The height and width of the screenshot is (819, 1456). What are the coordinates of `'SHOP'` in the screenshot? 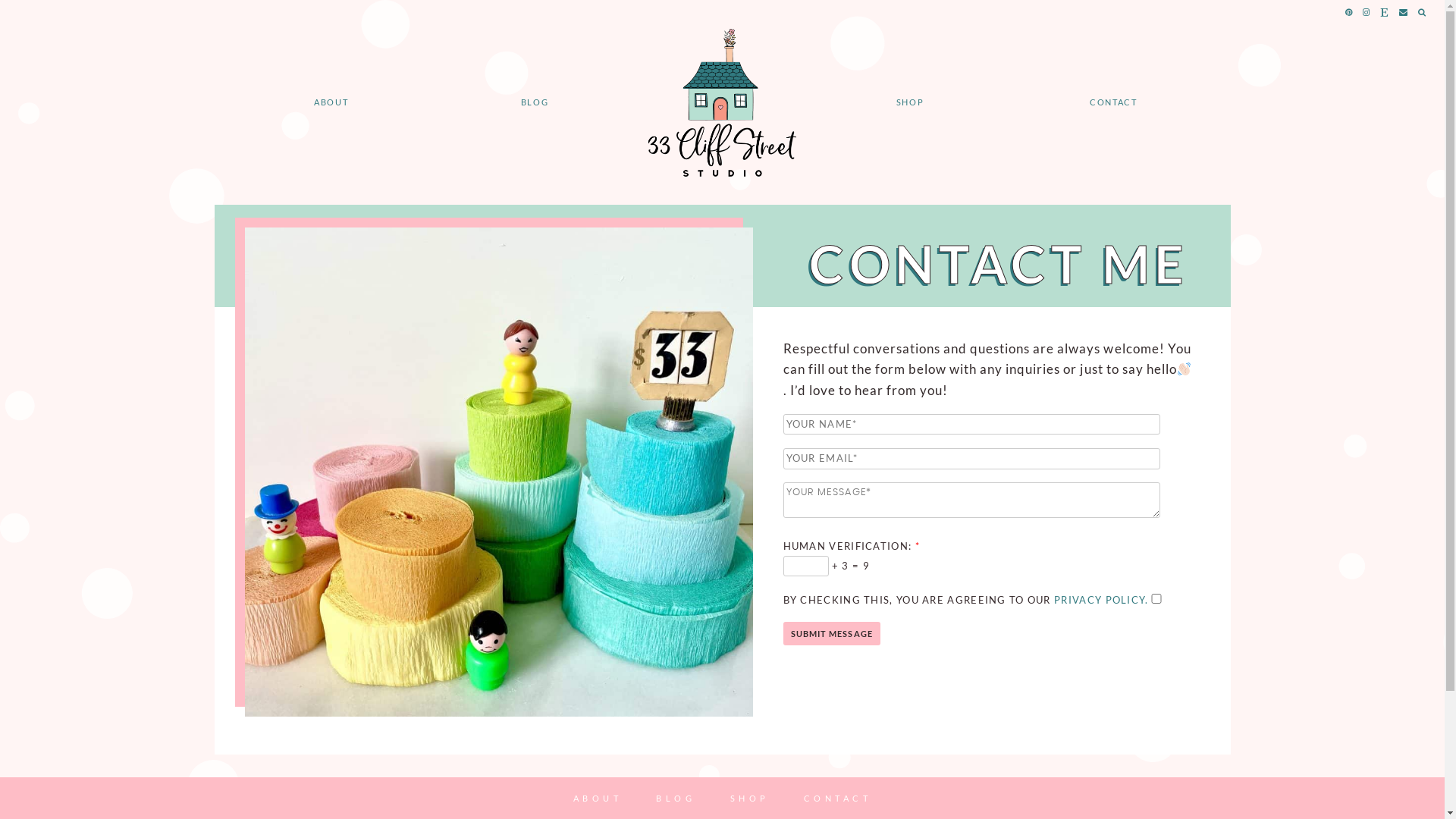 It's located at (749, 797).